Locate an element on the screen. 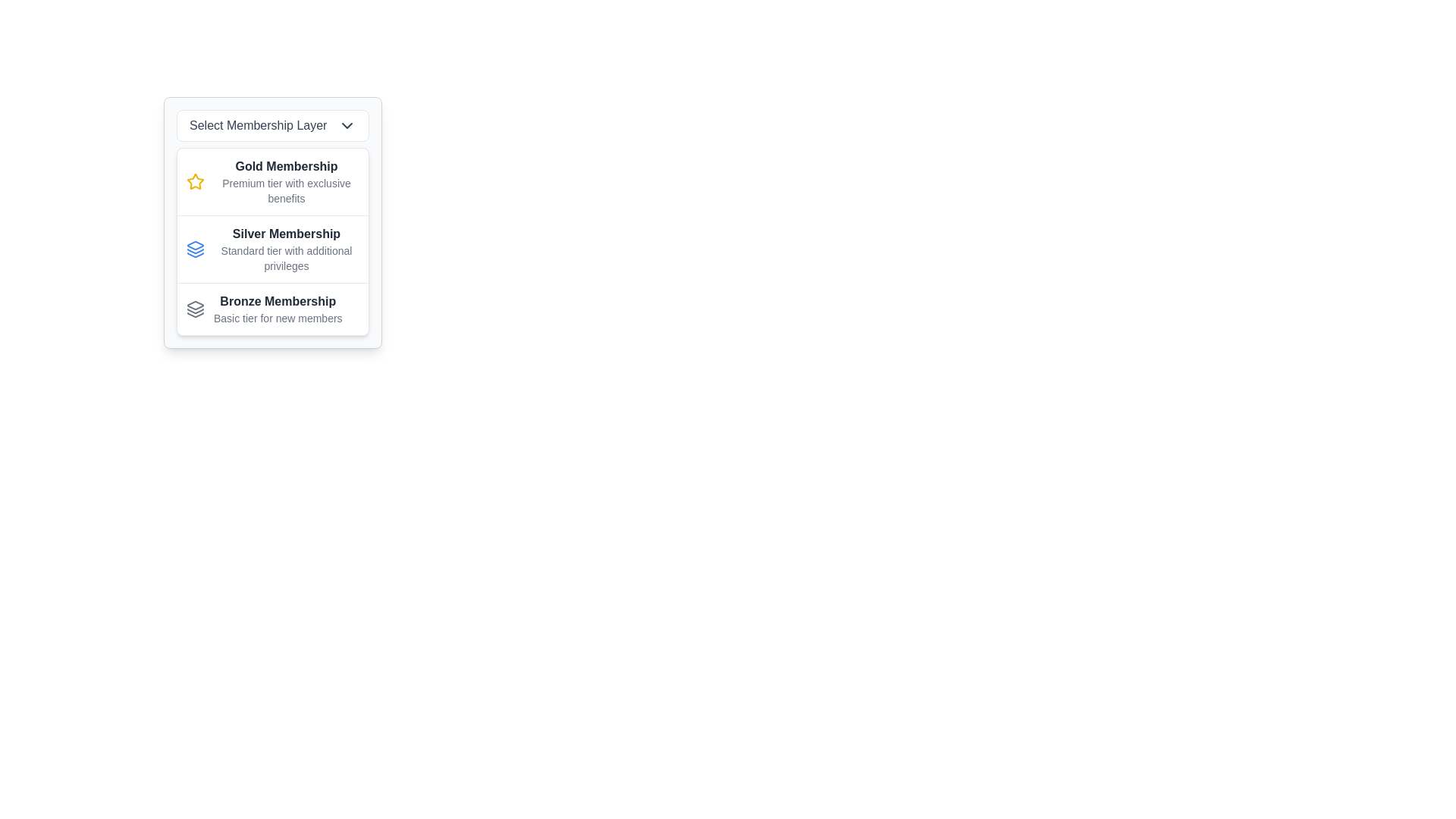  the descriptive text label providing additional information about the 'Gold Membership' option, located directly beneath the 'Gold Membership' heading is located at coordinates (287, 190).